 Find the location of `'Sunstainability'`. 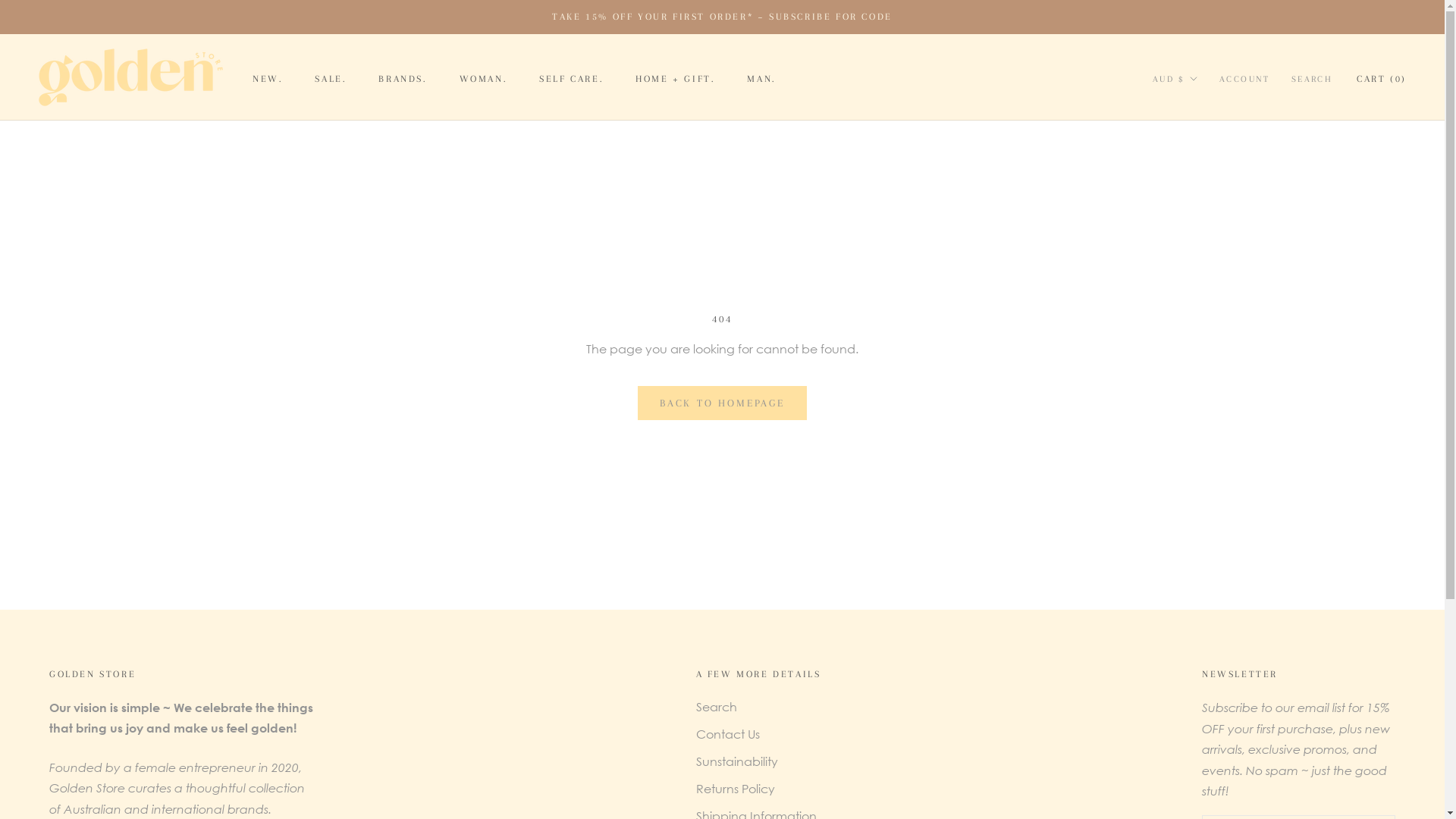

'Sunstainability' is located at coordinates (758, 761).